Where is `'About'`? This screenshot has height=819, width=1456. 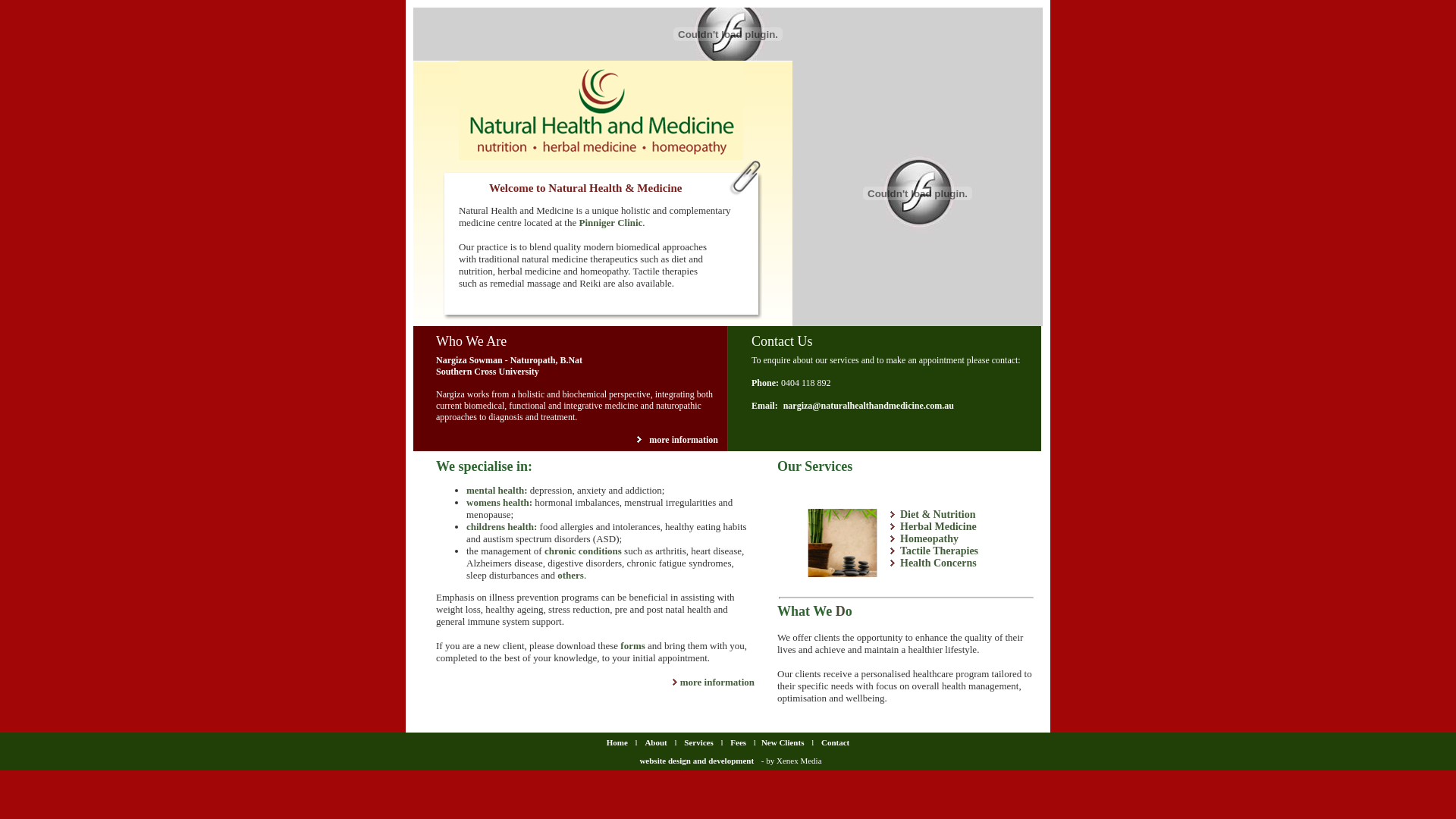 'About' is located at coordinates (656, 742).